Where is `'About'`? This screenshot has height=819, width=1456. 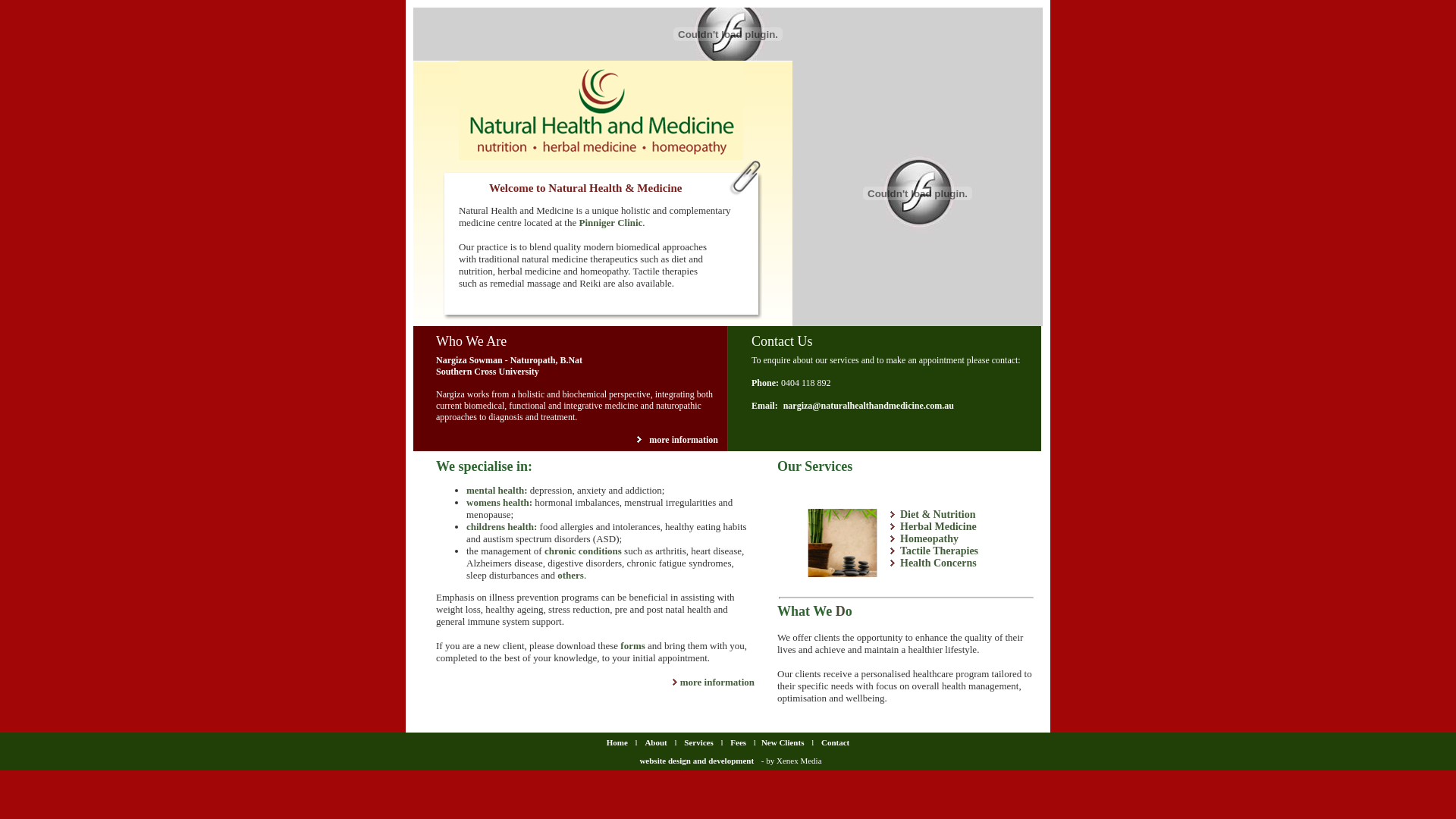 'About' is located at coordinates (656, 742).